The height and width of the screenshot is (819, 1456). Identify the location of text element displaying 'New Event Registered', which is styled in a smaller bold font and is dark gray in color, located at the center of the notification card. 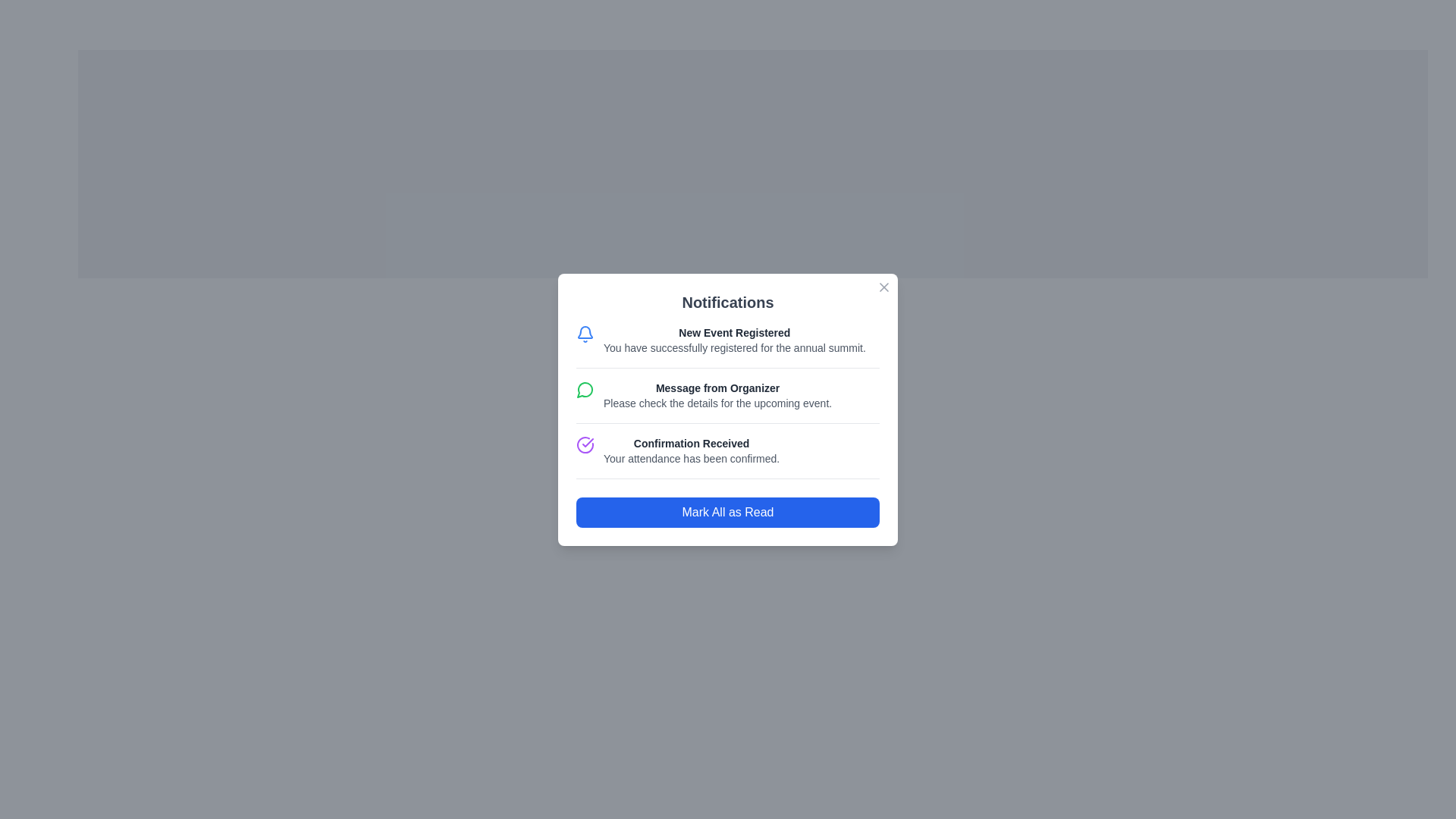
(734, 331).